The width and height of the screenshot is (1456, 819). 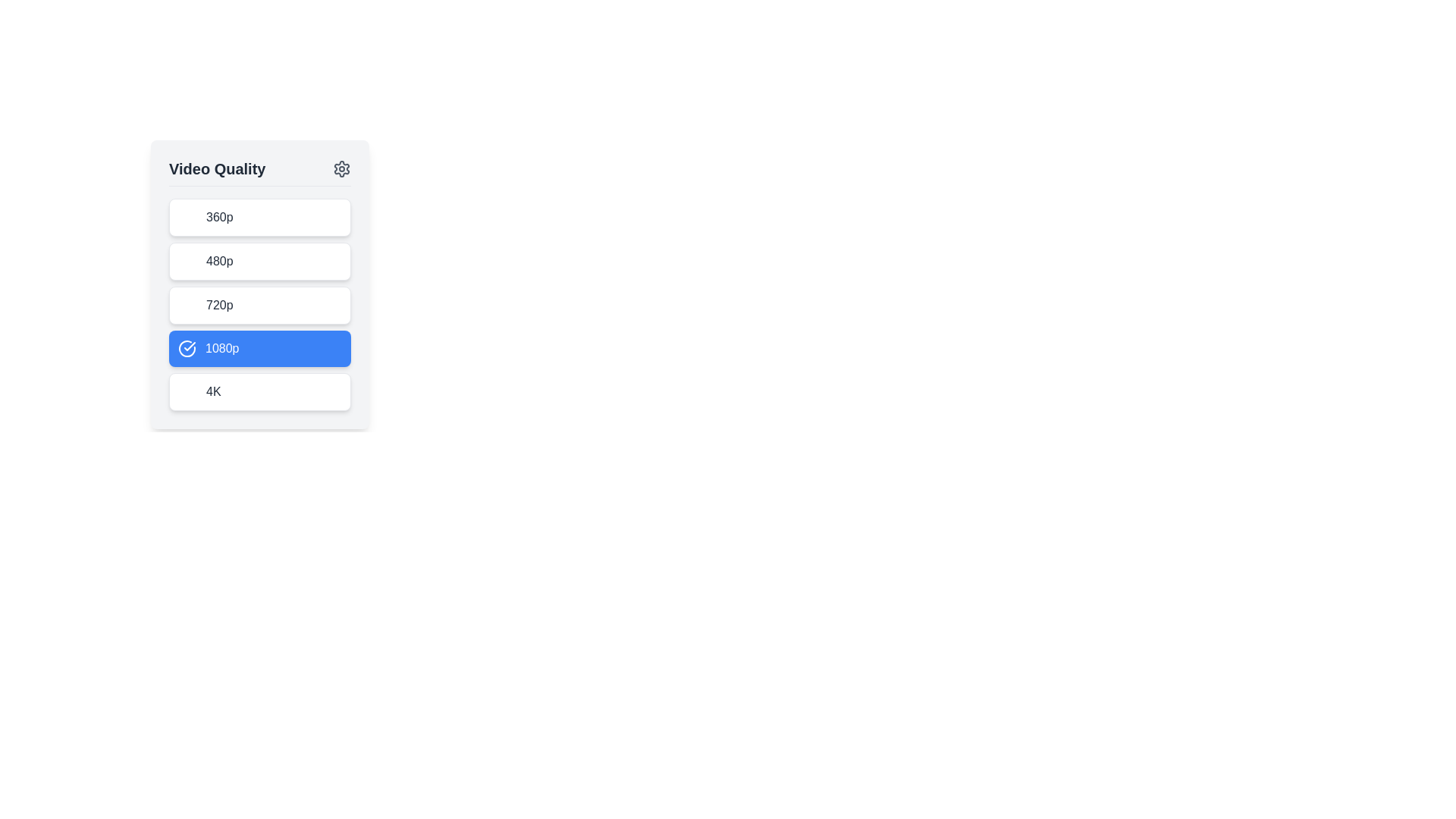 What do you see at coordinates (186, 348) in the screenshot?
I see `the '1080p' video quality option in the 'Video Quality' selection menu, which is the fourth item in the list` at bounding box center [186, 348].